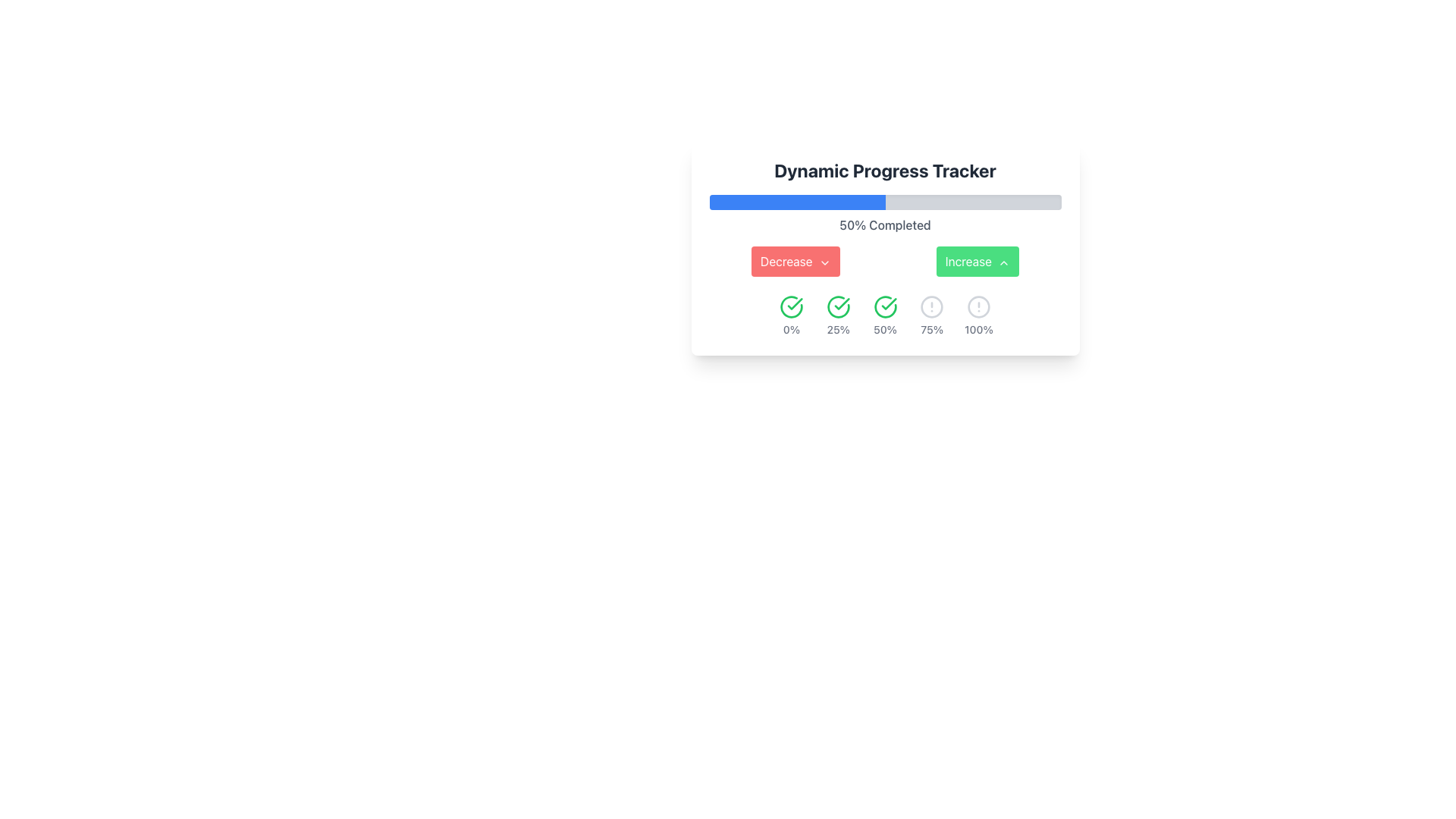 The width and height of the screenshot is (1456, 819). I want to click on the circular alert symbol icon that is gray in color and located next to the '100%' text, positioned below the 'Dynamic Progress Tracker', so click(979, 307).